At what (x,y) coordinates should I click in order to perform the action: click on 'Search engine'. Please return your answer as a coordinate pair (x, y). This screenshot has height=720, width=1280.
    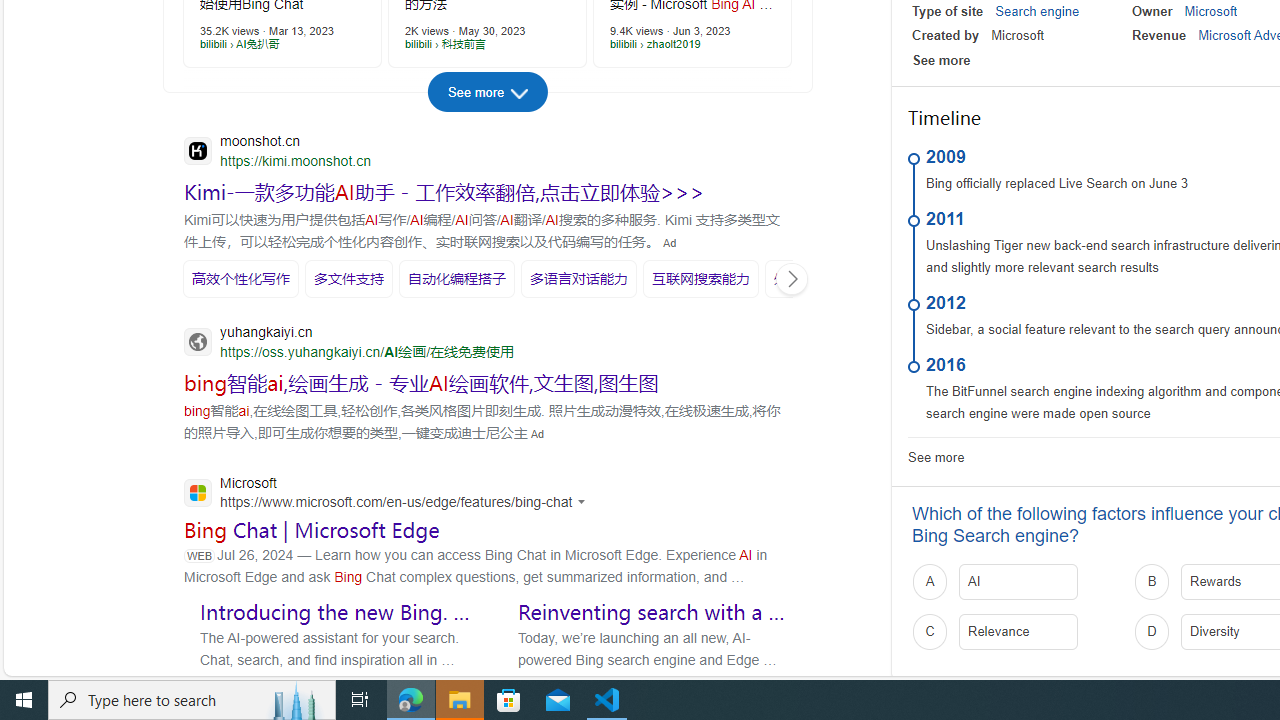
    Looking at the image, I should click on (1037, 11).